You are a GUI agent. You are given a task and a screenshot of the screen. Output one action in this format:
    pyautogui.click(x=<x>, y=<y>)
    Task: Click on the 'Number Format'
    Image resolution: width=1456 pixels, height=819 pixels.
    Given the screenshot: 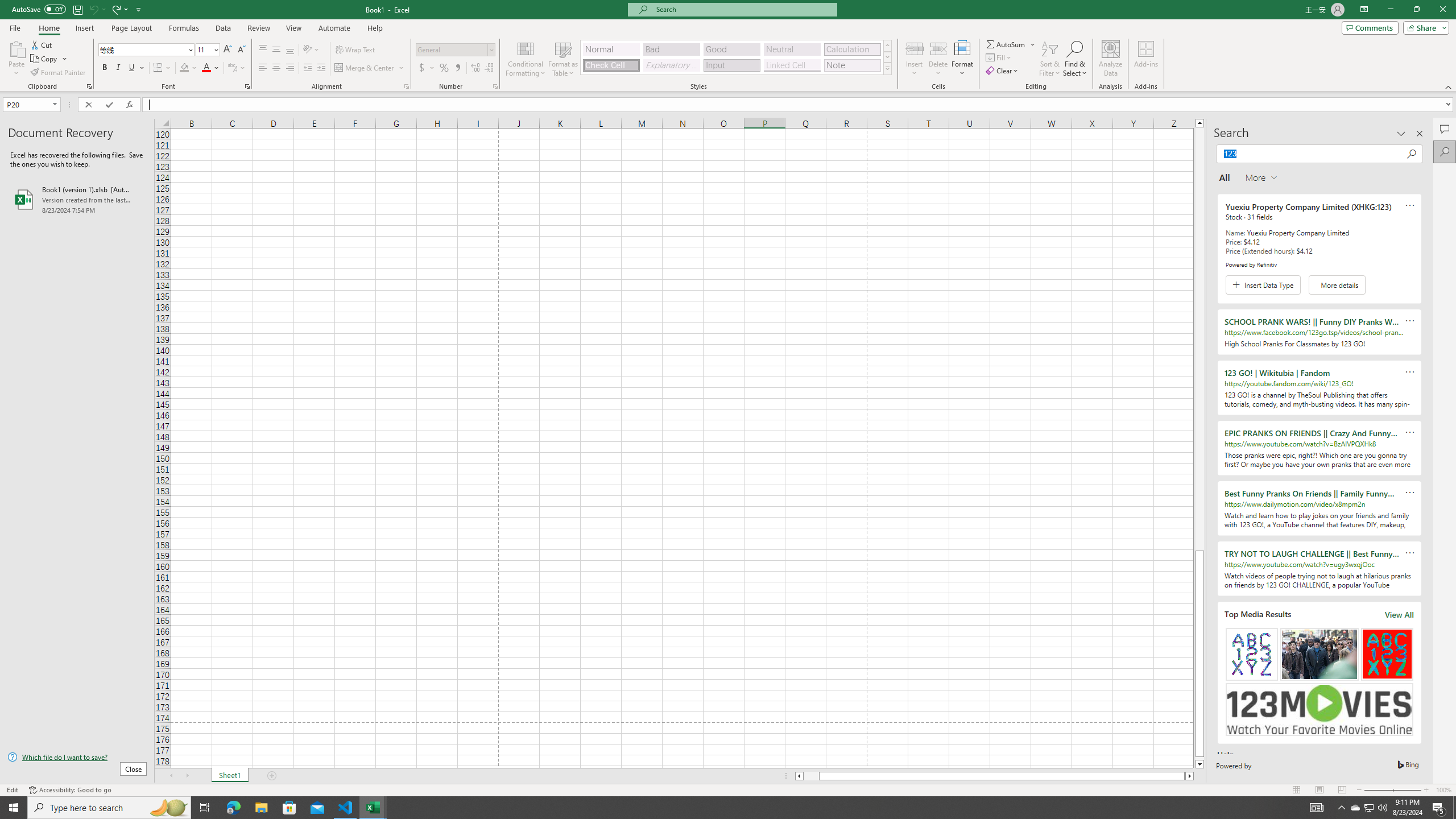 What is the action you would take?
    pyautogui.click(x=455, y=49)
    